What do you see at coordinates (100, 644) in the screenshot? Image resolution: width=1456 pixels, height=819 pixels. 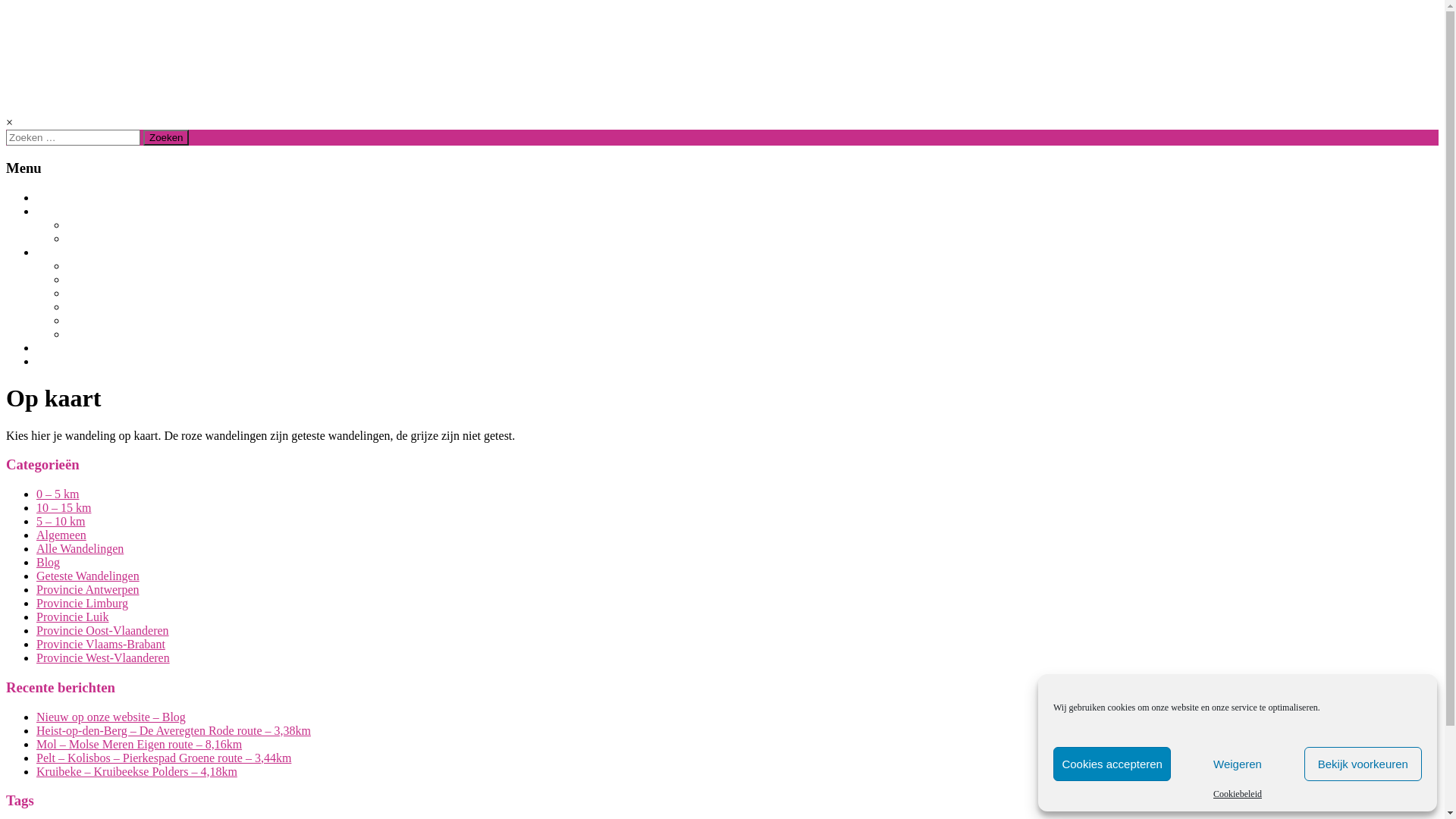 I see `'Provincie Vlaams-Brabant'` at bounding box center [100, 644].